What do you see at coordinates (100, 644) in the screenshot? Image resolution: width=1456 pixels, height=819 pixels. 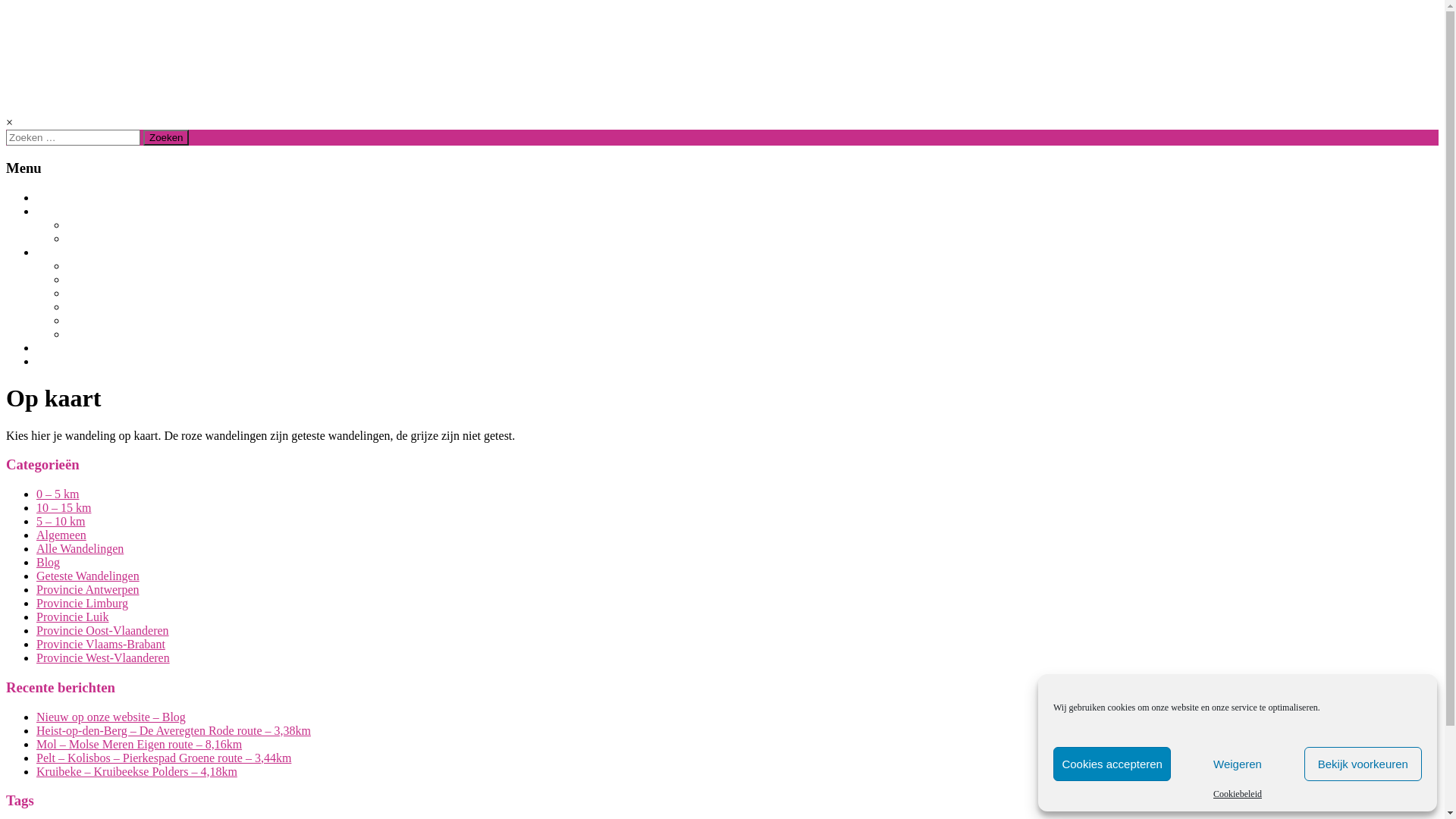 I see `'Provincie Vlaams-Brabant'` at bounding box center [100, 644].